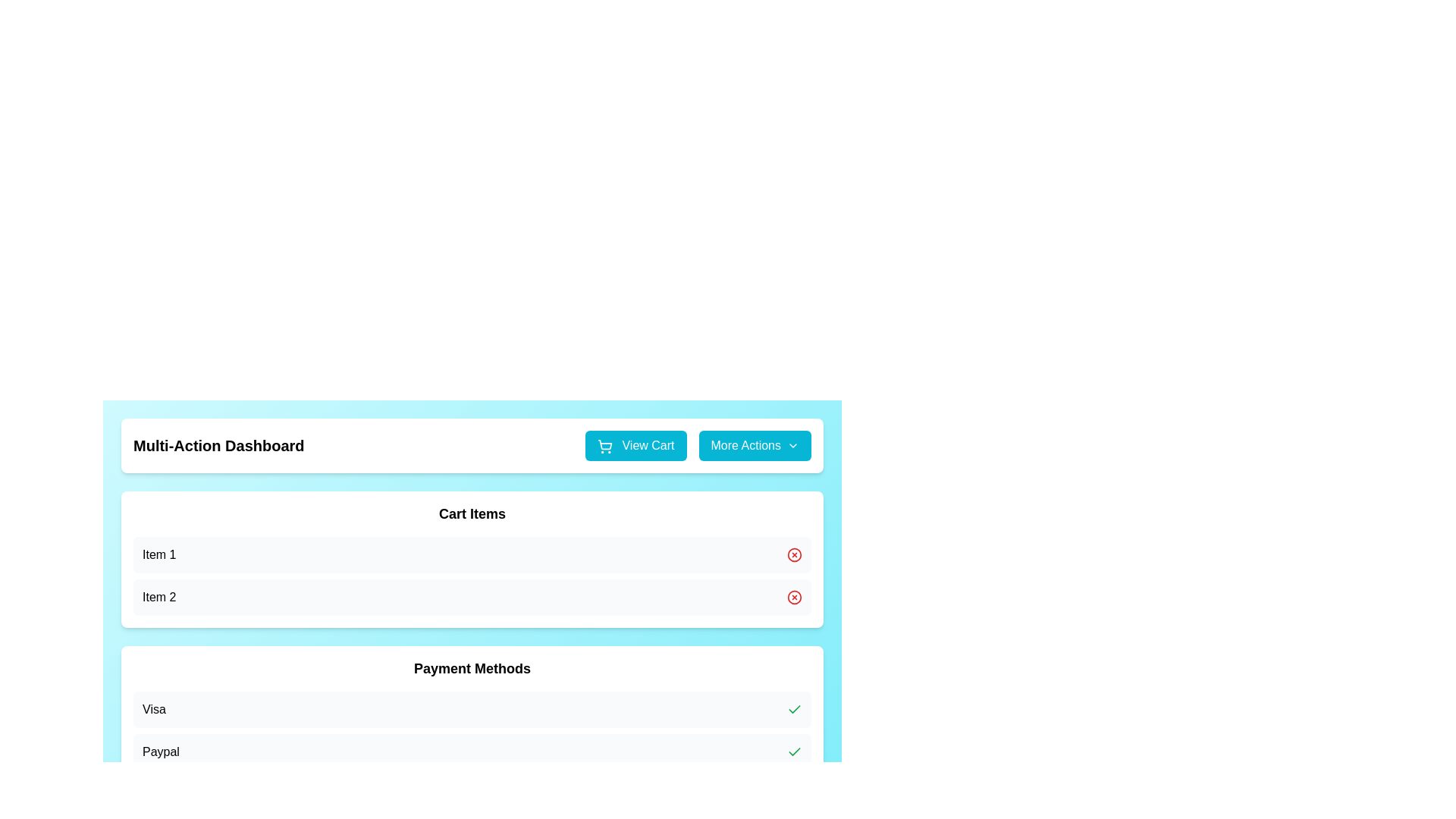 The width and height of the screenshot is (1456, 819). I want to click on the delete button styled as an SVG icon located in the second row of the Cart Items section, adjacent to the text label 'Item 2', so click(793, 555).